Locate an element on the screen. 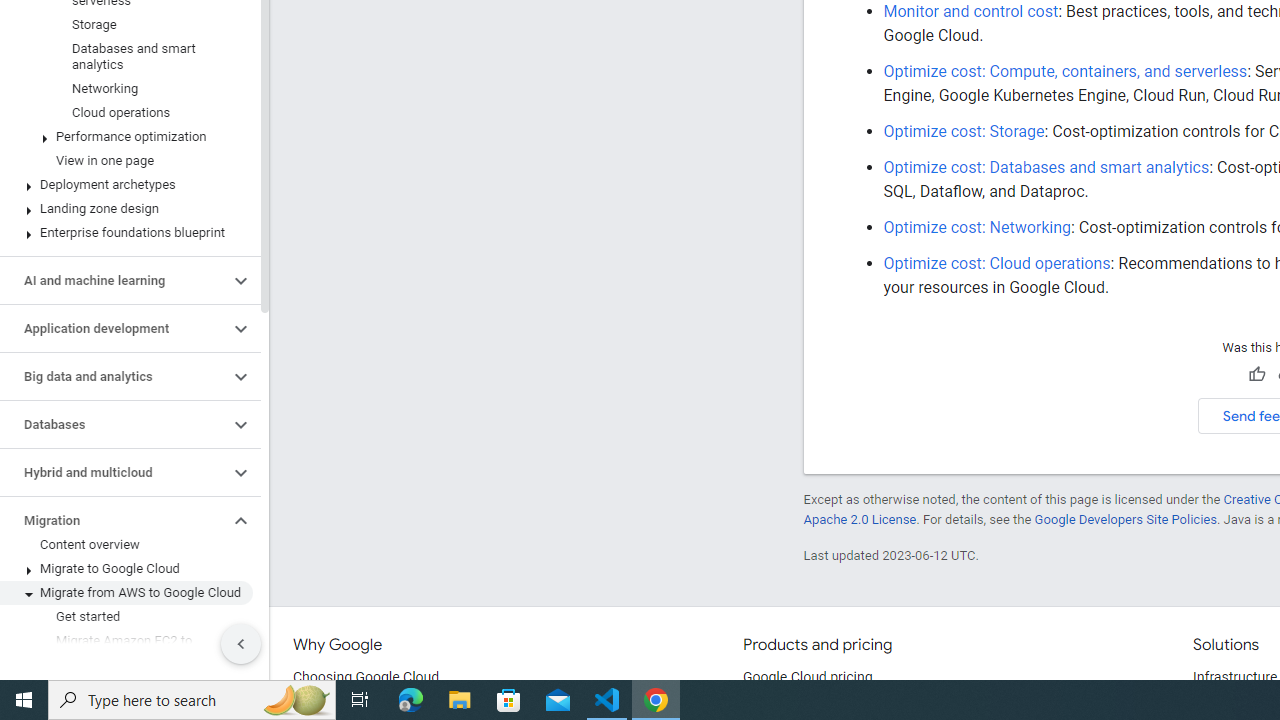 The height and width of the screenshot is (720, 1280). 'Optimize cost: Compute, containers, and serverless' is located at coordinates (1064, 70).